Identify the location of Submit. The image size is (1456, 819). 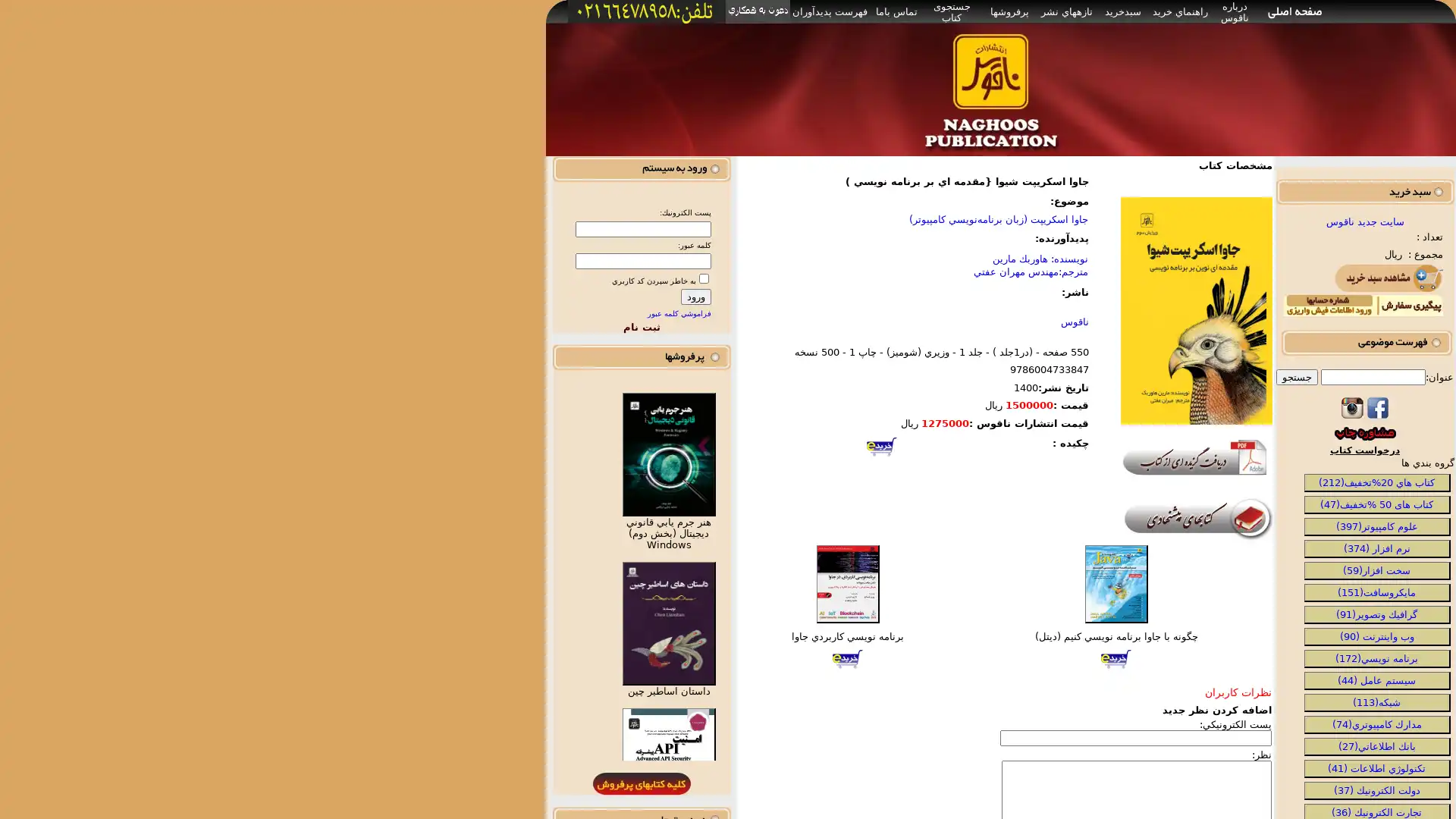
(1388, 278).